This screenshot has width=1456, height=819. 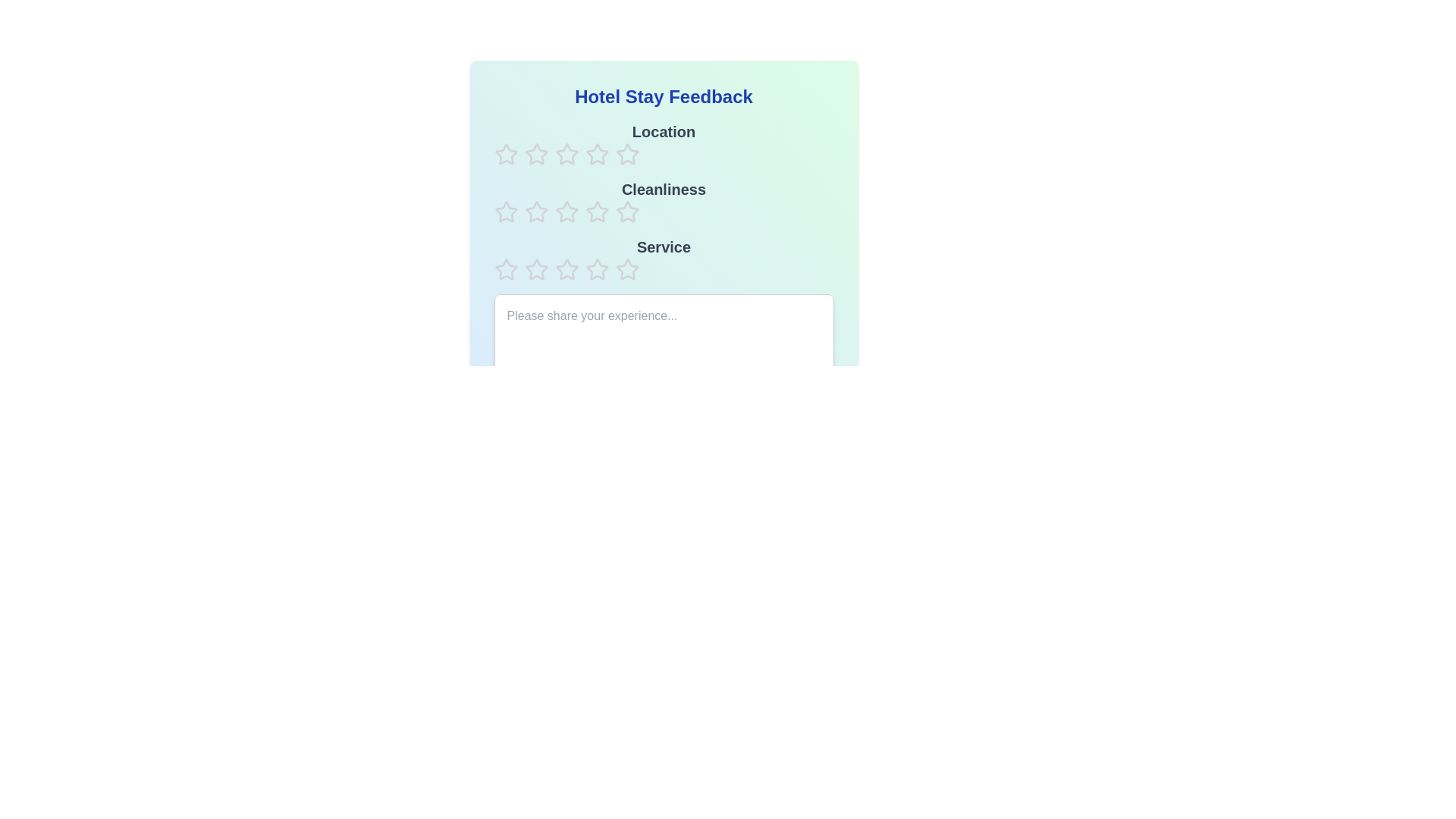 I want to click on the first star in the 'Cleanliness' rating row, so click(x=506, y=212).